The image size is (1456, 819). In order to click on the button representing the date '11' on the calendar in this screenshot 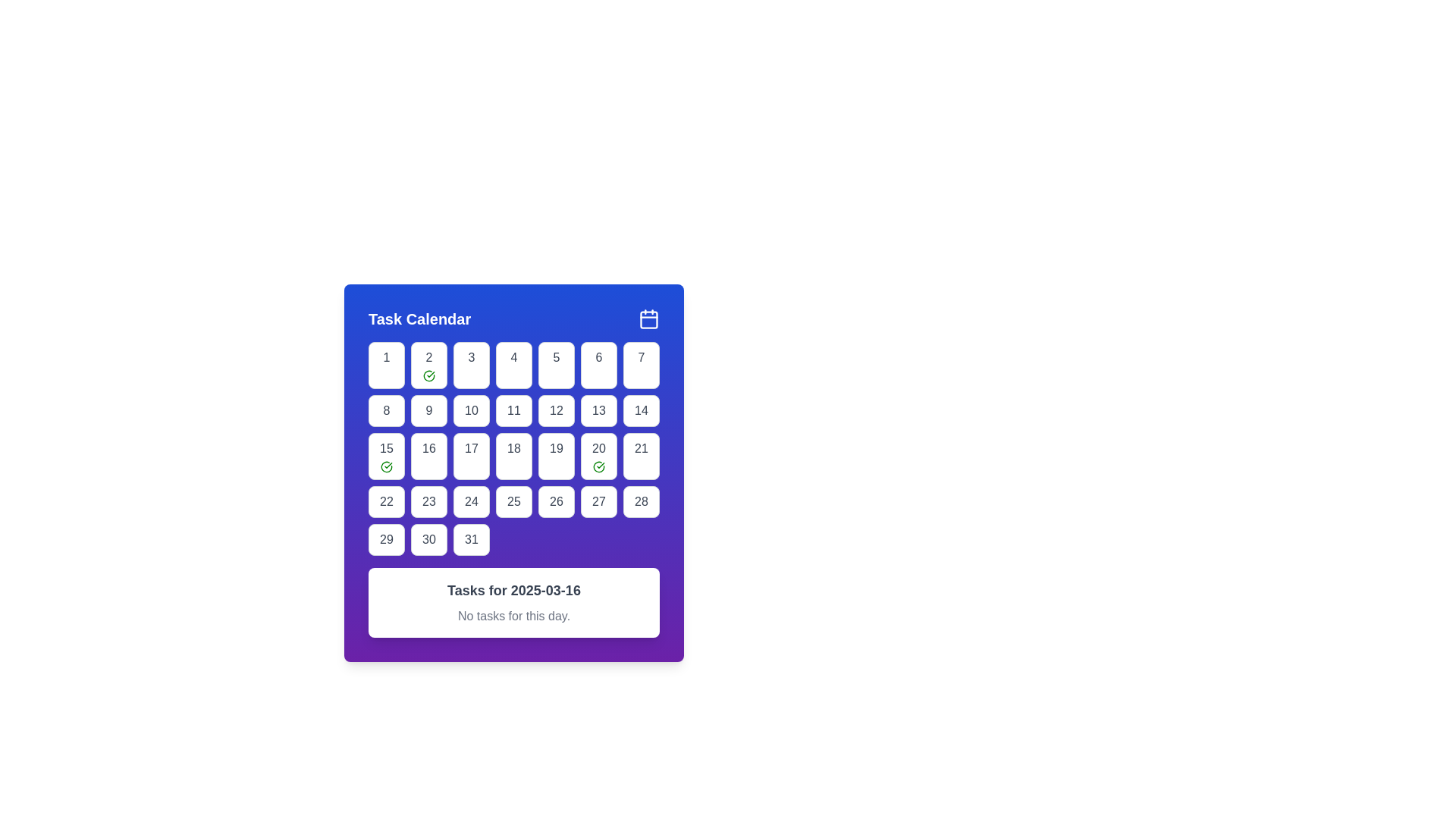, I will do `click(513, 411)`.